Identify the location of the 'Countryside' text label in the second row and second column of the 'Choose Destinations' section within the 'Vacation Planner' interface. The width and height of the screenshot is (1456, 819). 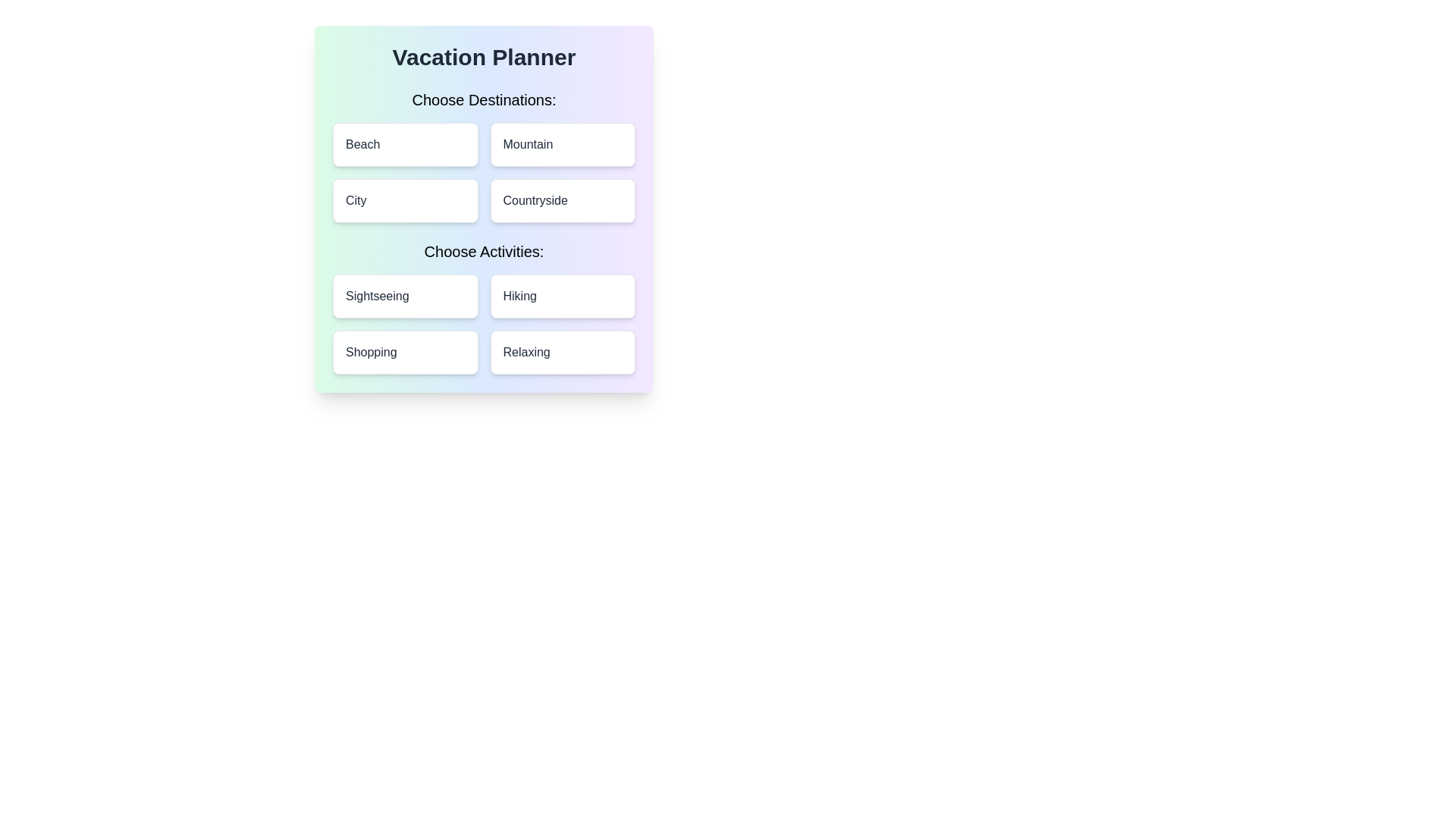
(535, 200).